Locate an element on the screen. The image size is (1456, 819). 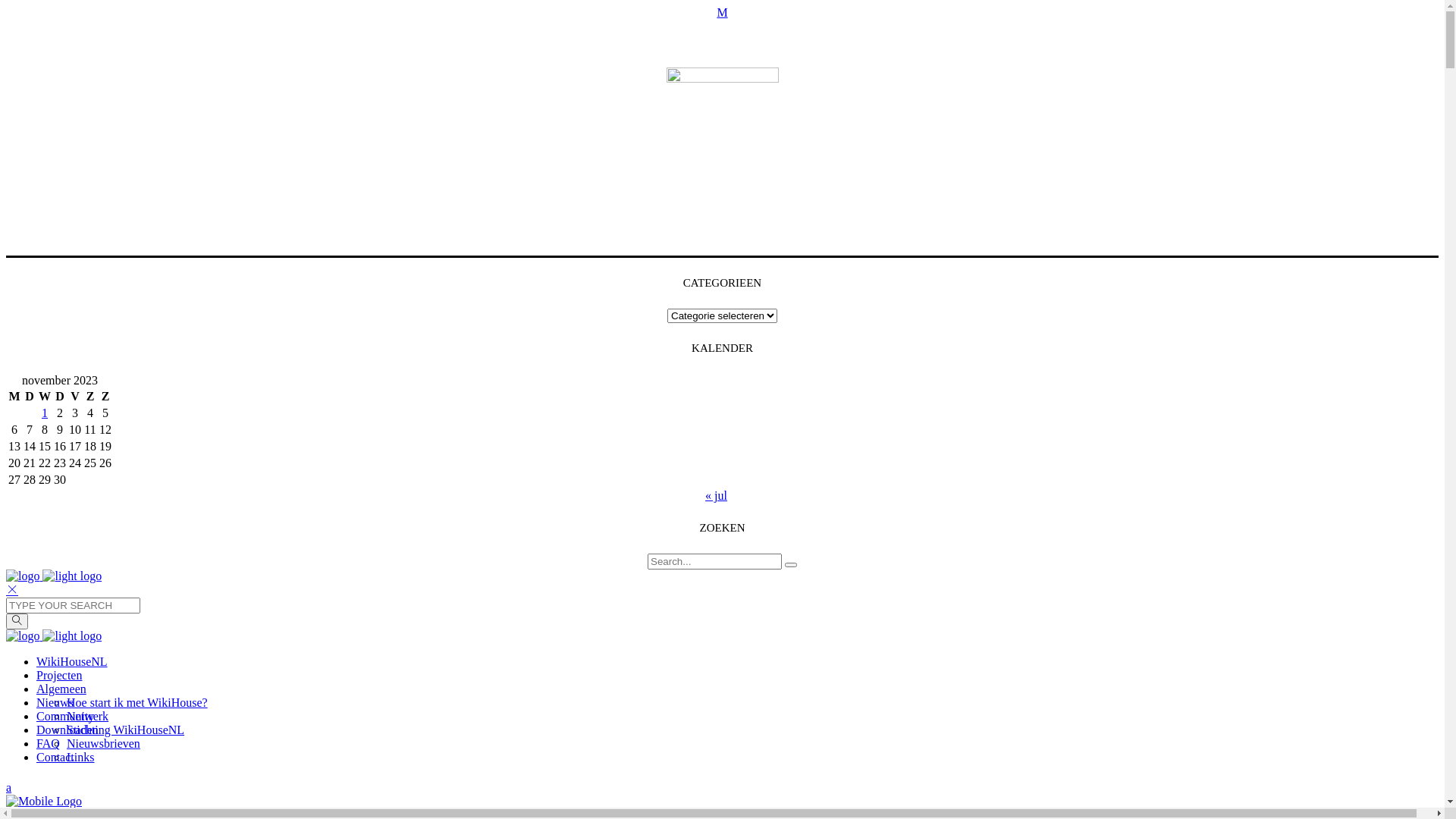
'Hoe start ik met WikiHouse?' is located at coordinates (137, 702).